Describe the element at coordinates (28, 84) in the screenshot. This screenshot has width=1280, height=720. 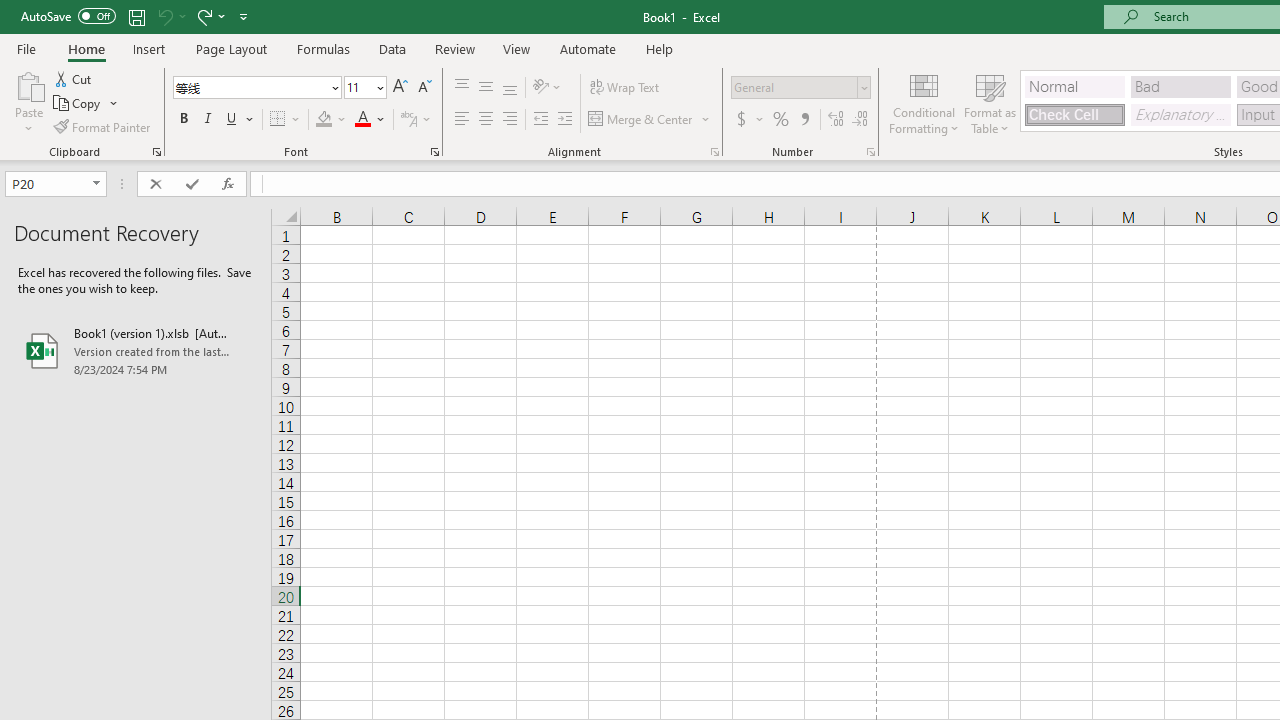
I see `'Paste'` at that location.